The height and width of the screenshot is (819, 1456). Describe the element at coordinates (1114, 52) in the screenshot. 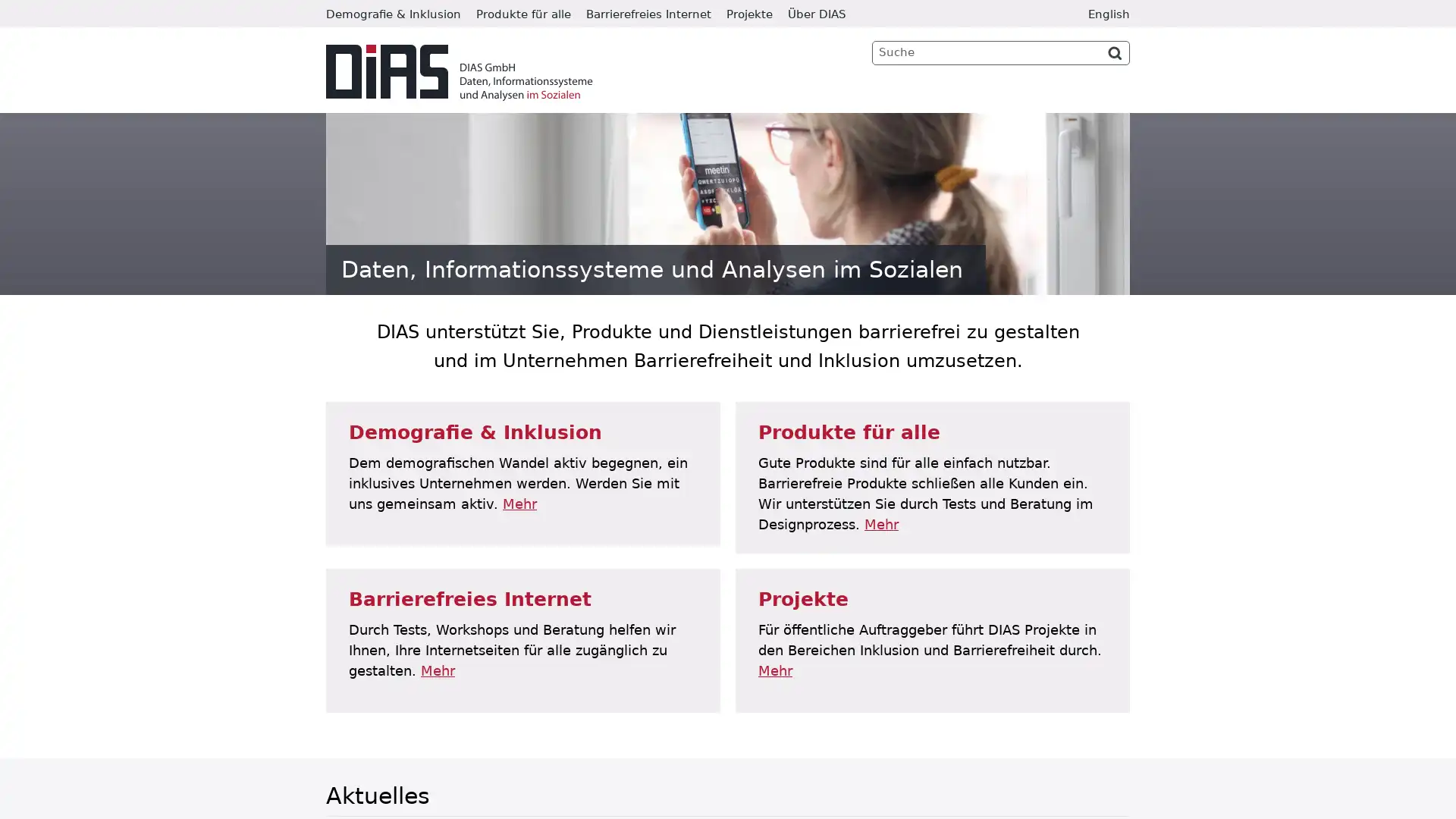

I see `Suche starten` at that location.